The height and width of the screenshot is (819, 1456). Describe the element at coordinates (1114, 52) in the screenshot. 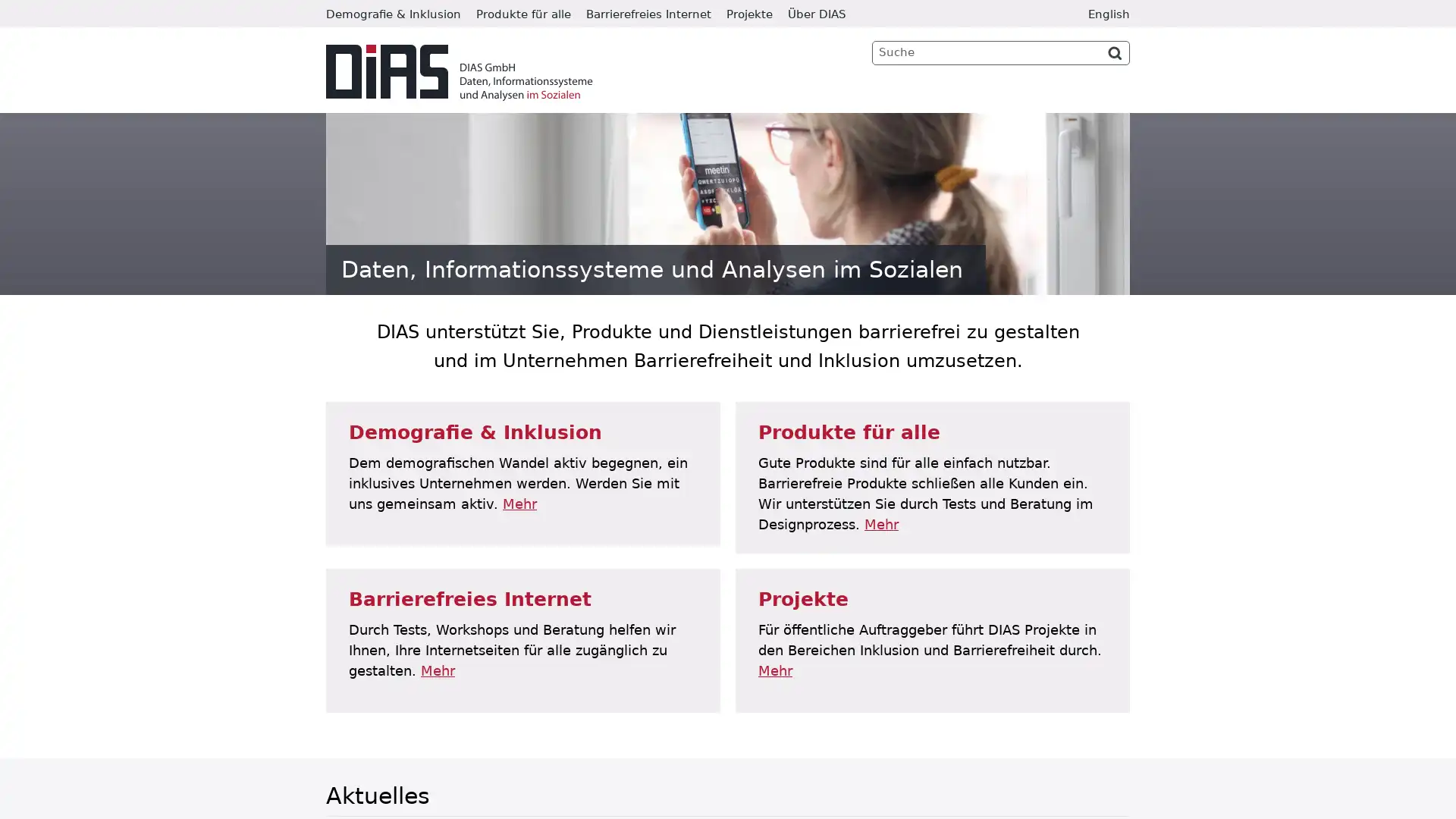

I see `Suche starten` at that location.